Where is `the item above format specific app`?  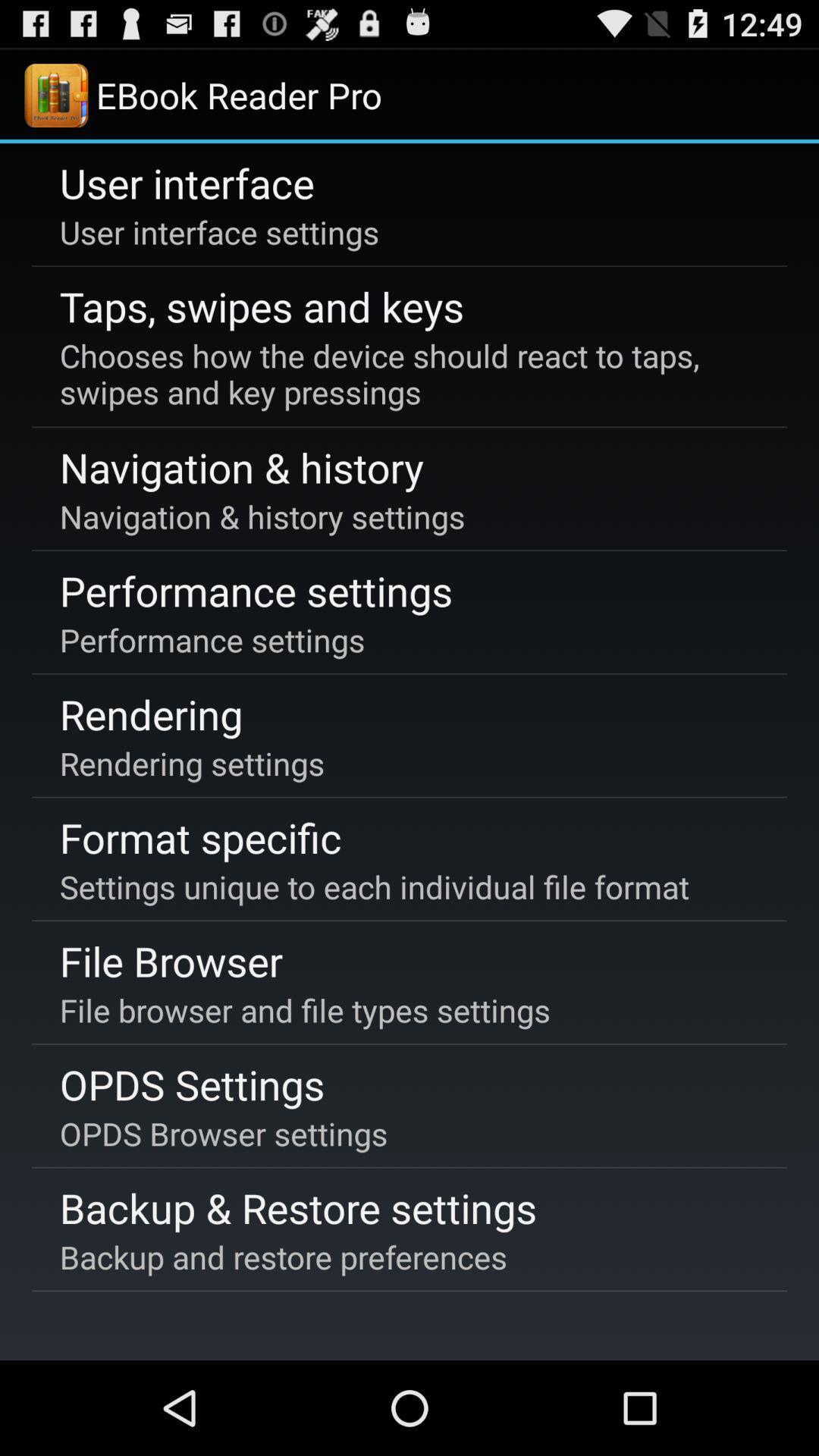
the item above format specific app is located at coordinates (191, 763).